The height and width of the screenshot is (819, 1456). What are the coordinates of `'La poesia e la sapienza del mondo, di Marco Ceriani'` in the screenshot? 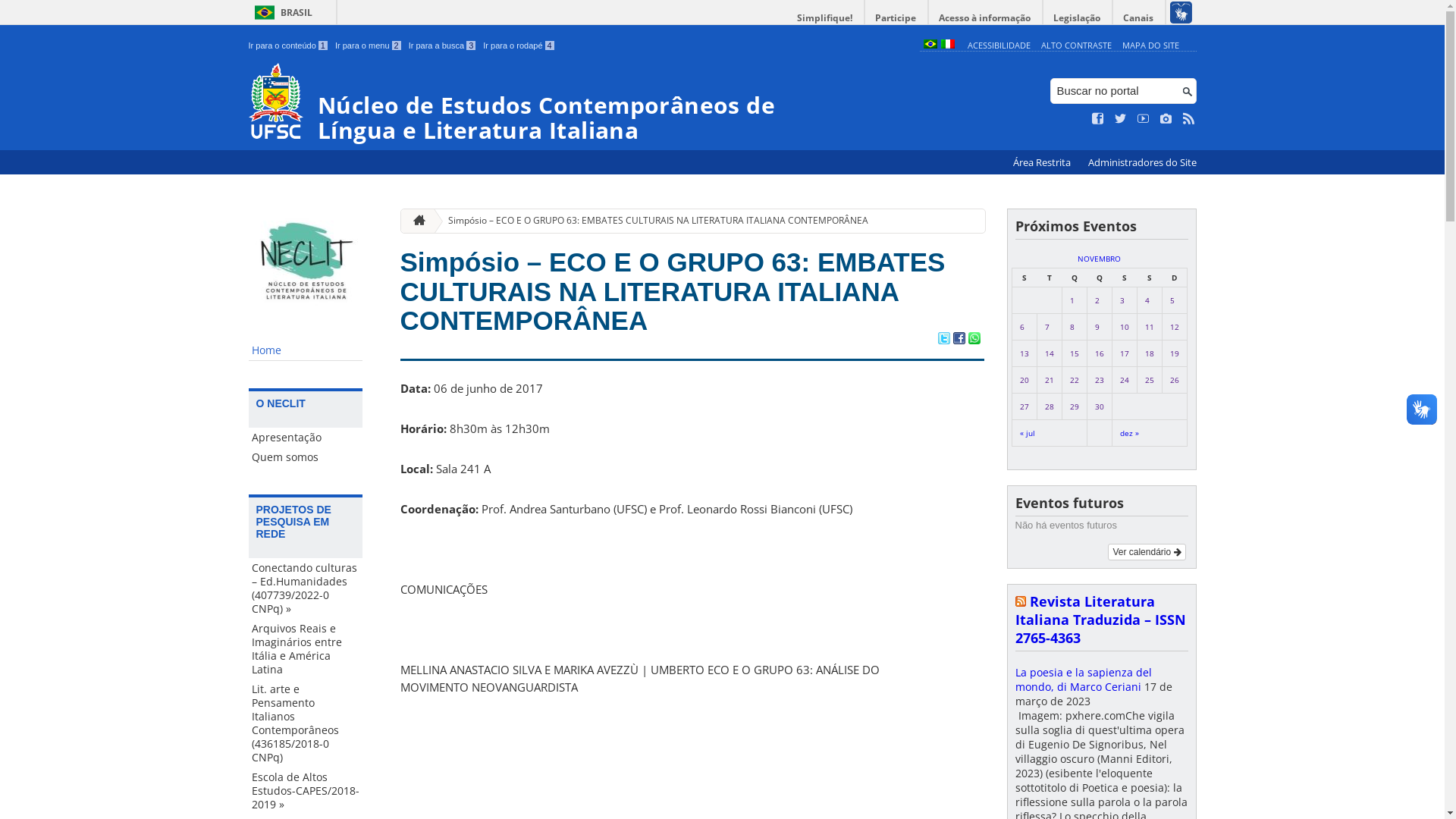 It's located at (1082, 678).